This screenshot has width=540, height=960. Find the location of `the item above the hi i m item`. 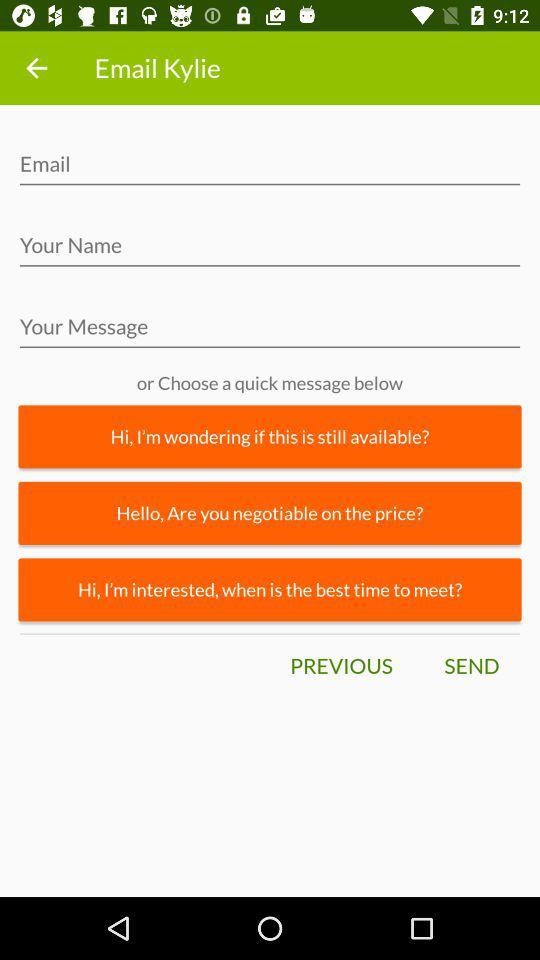

the item above the hi i m item is located at coordinates (270, 512).